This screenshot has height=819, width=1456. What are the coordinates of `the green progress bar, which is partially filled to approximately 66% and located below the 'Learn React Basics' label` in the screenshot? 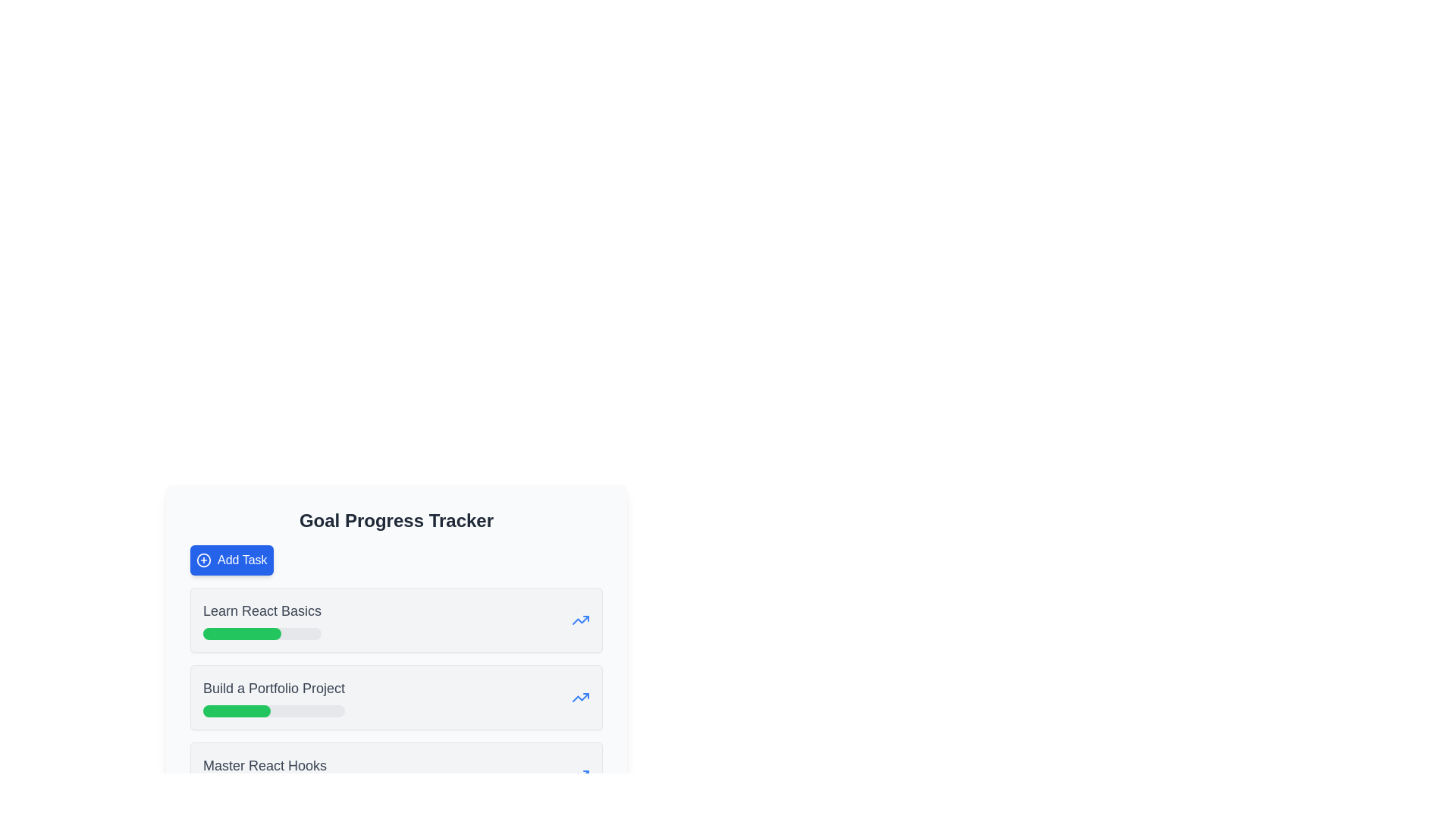 It's located at (241, 634).